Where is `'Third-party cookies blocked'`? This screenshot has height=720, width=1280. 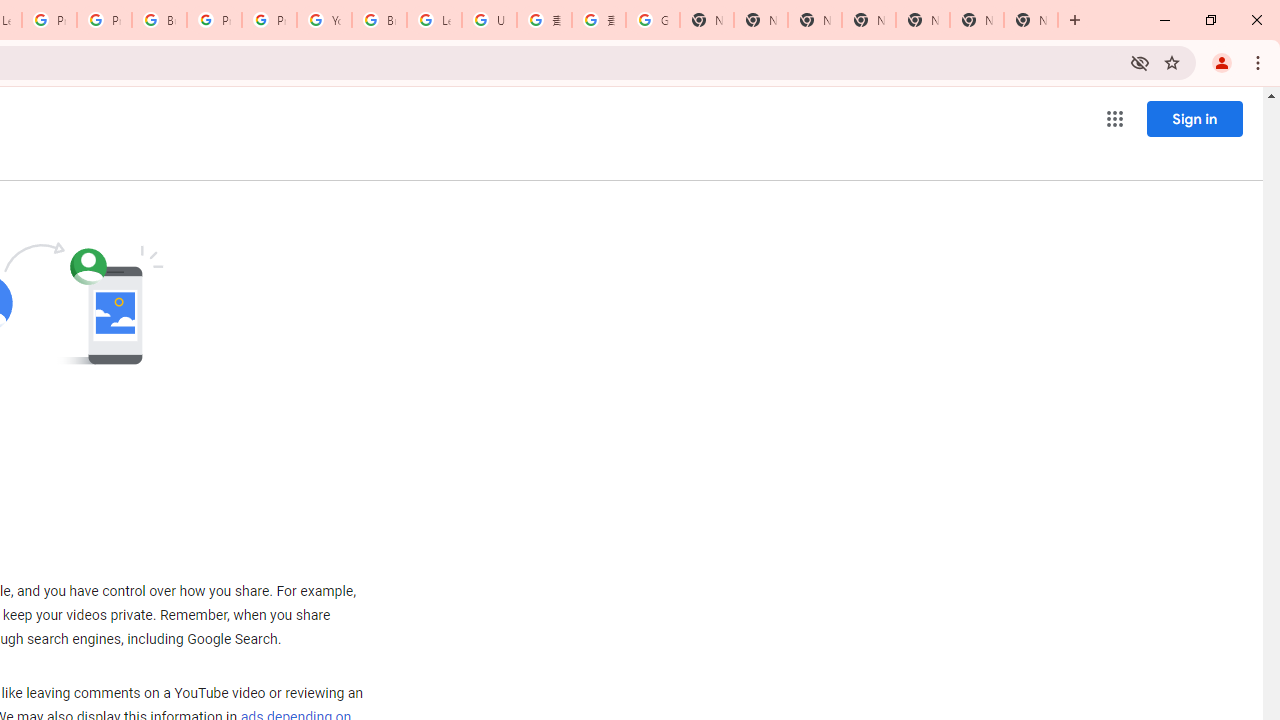 'Third-party cookies blocked' is located at coordinates (1139, 61).